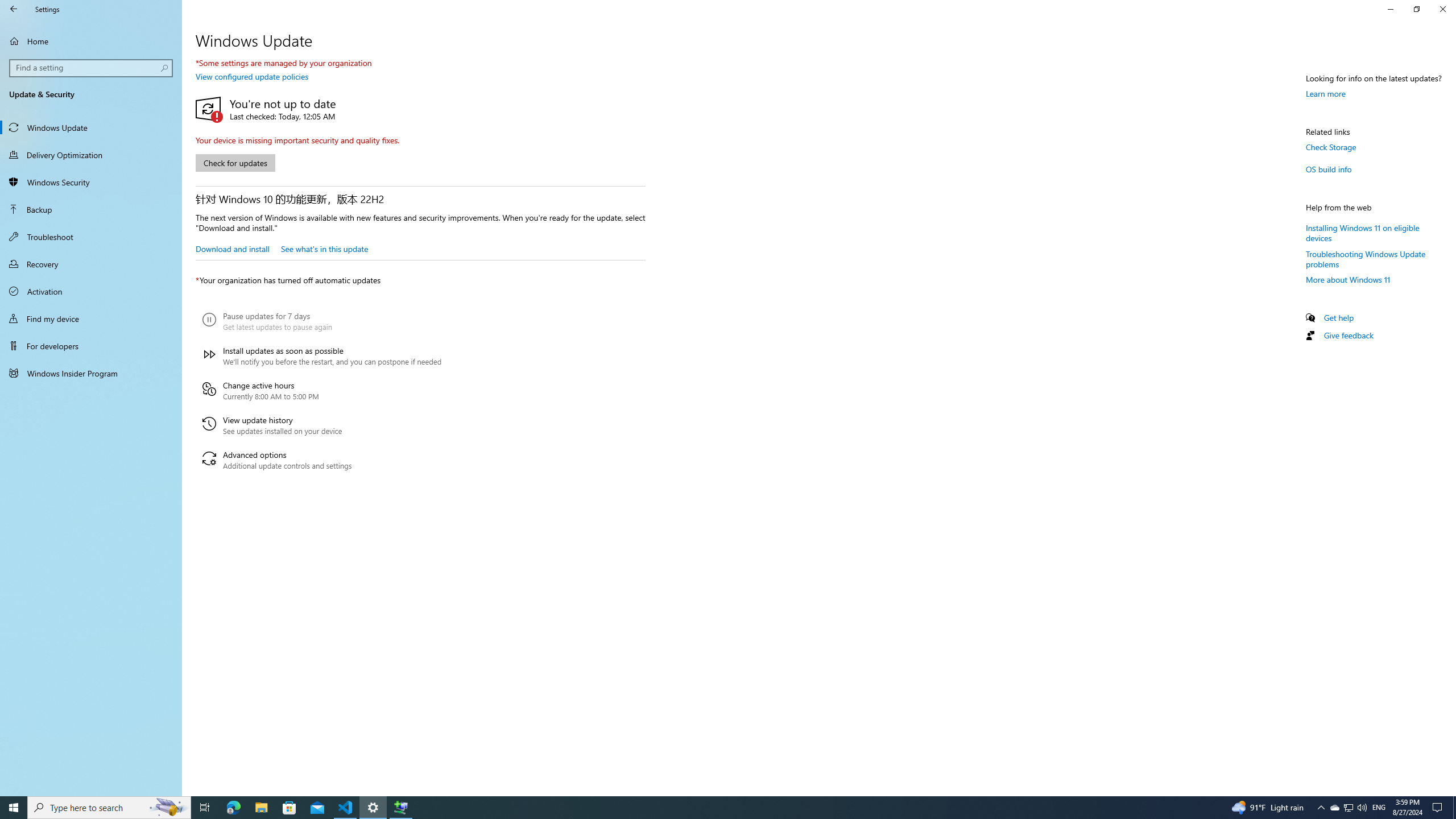 This screenshot has width=1456, height=819. Describe the element at coordinates (321, 321) in the screenshot. I see `'Pause updates for 7 days'` at that location.